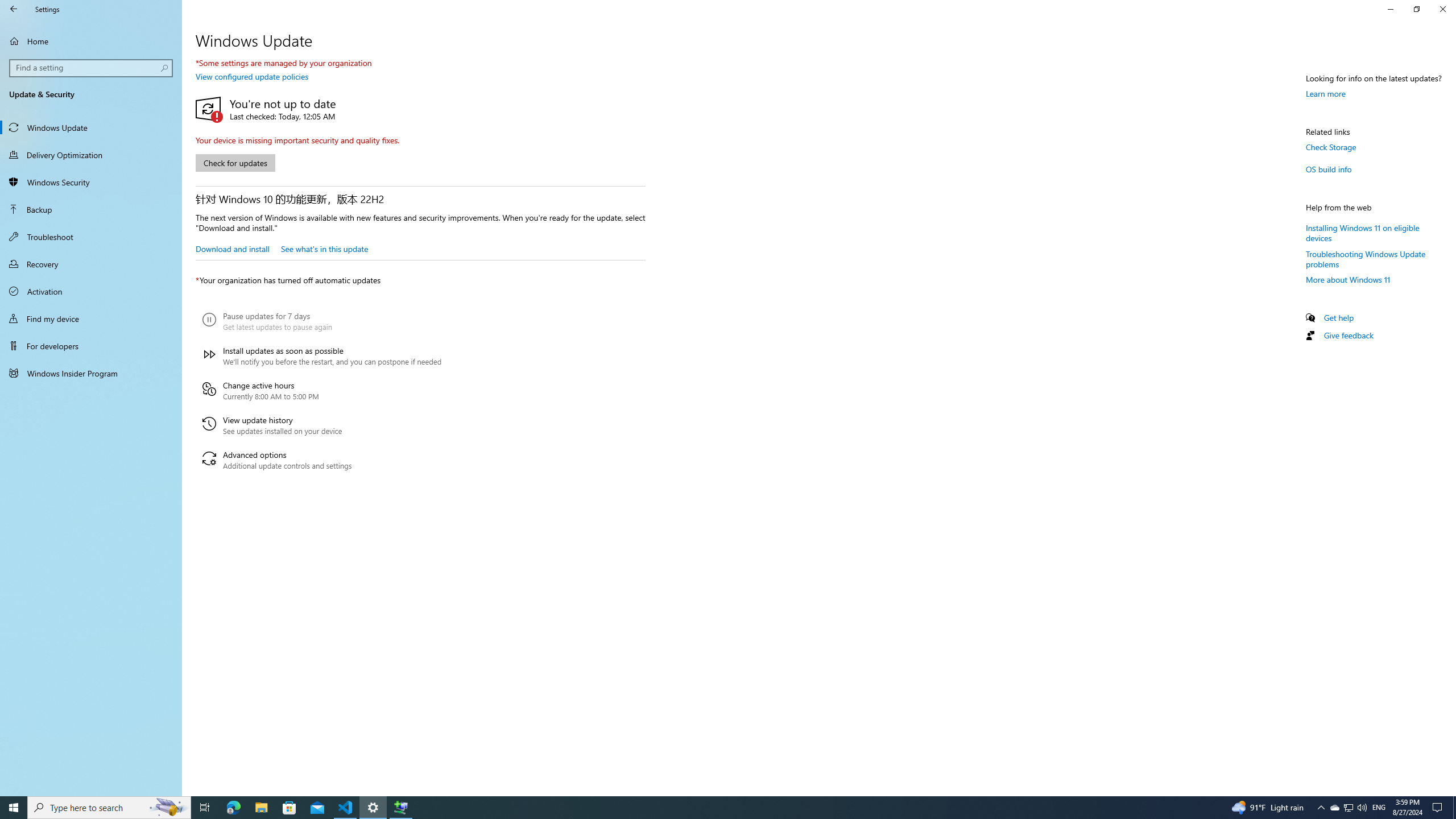 This screenshot has width=1456, height=819. Describe the element at coordinates (321, 321) in the screenshot. I see `'Pause updates for 7 days'` at that location.